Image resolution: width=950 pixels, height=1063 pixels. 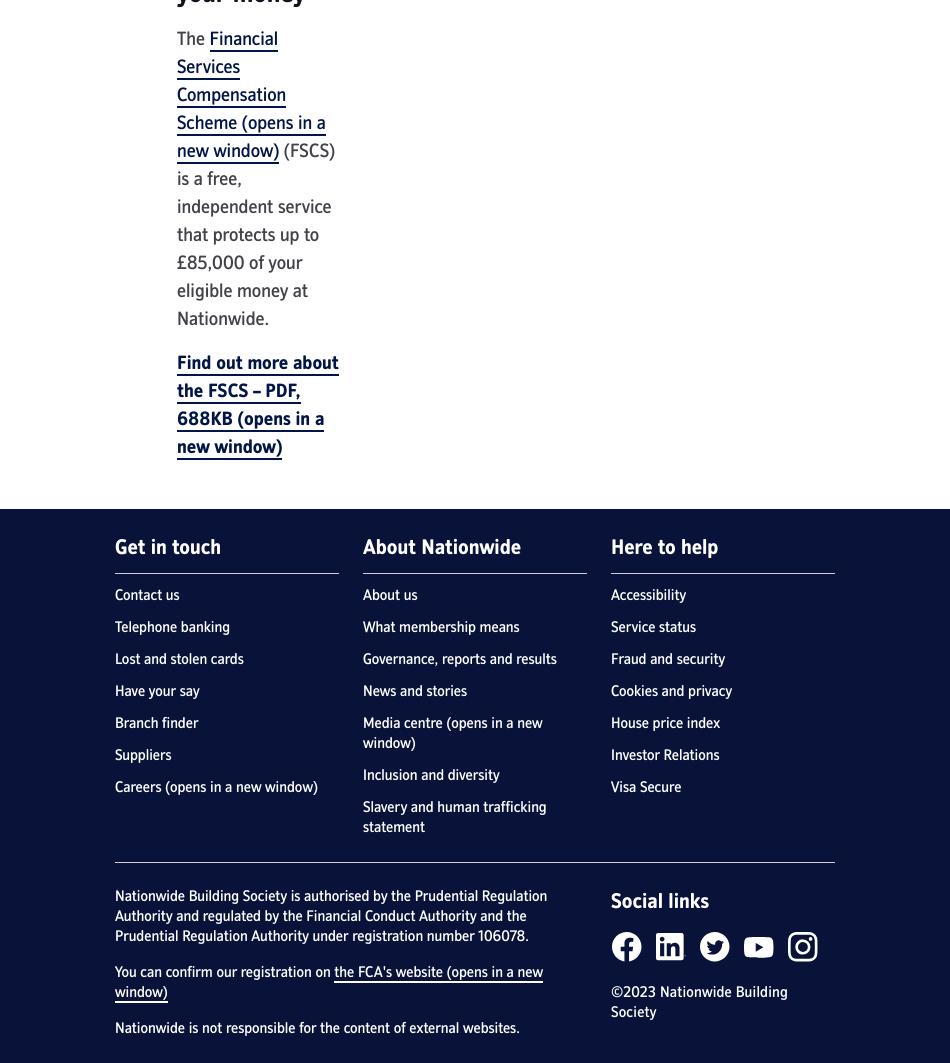 I want to click on 'Cookies and privacy', so click(x=670, y=690).